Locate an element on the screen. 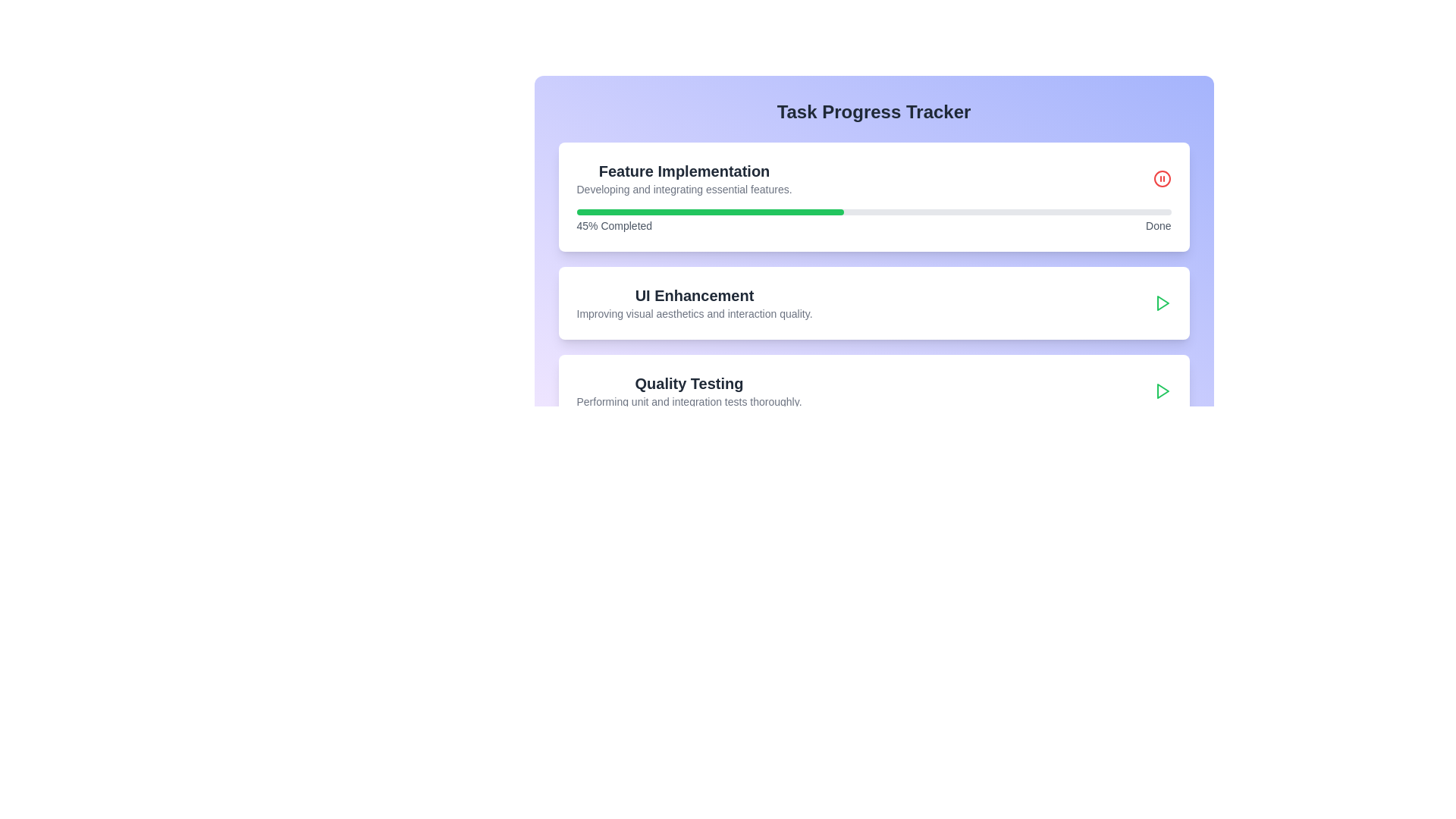 The width and height of the screenshot is (1456, 819). the non-interactive progress bar that visually represents the completion percentage within the 'Feature Implementation' card, located above the text indicators '45% Completed' and 'Done' is located at coordinates (874, 212).